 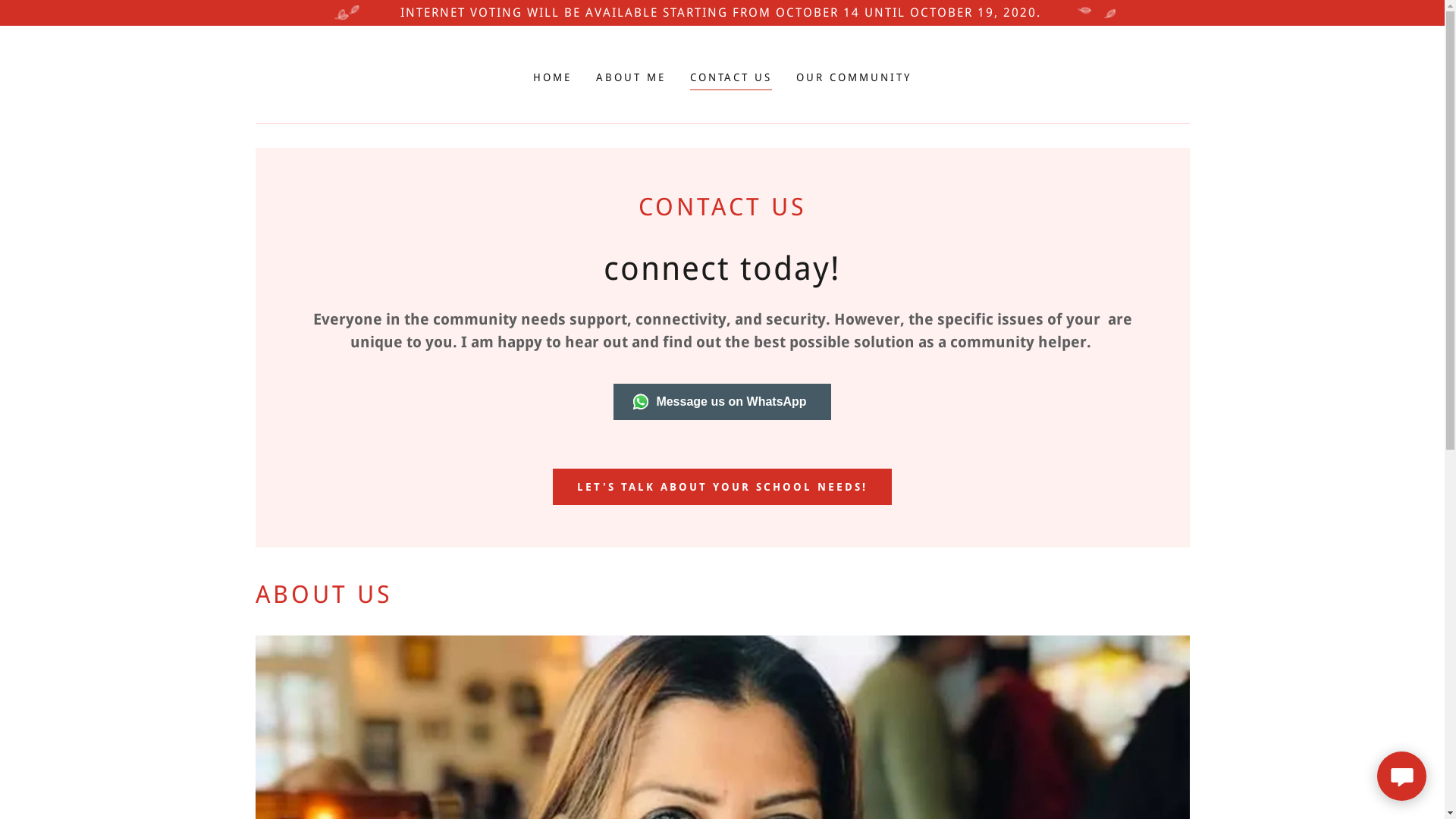 What do you see at coordinates (630, 77) in the screenshot?
I see `'ABOUT ME'` at bounding box center [630, 77].